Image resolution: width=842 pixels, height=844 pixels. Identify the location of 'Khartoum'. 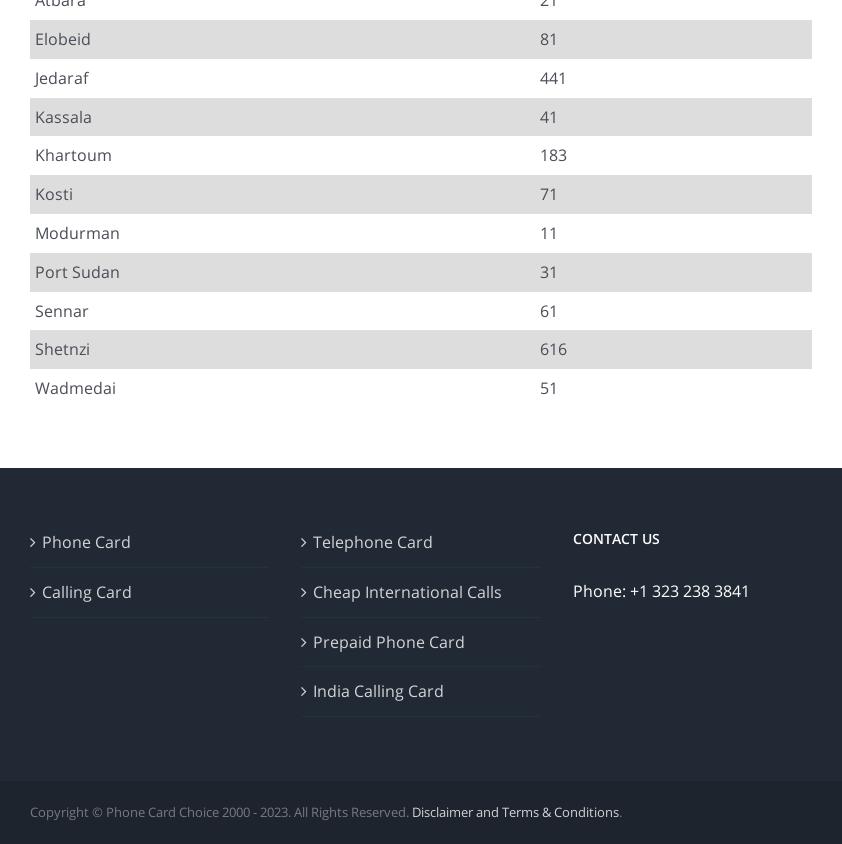
(34, 154).